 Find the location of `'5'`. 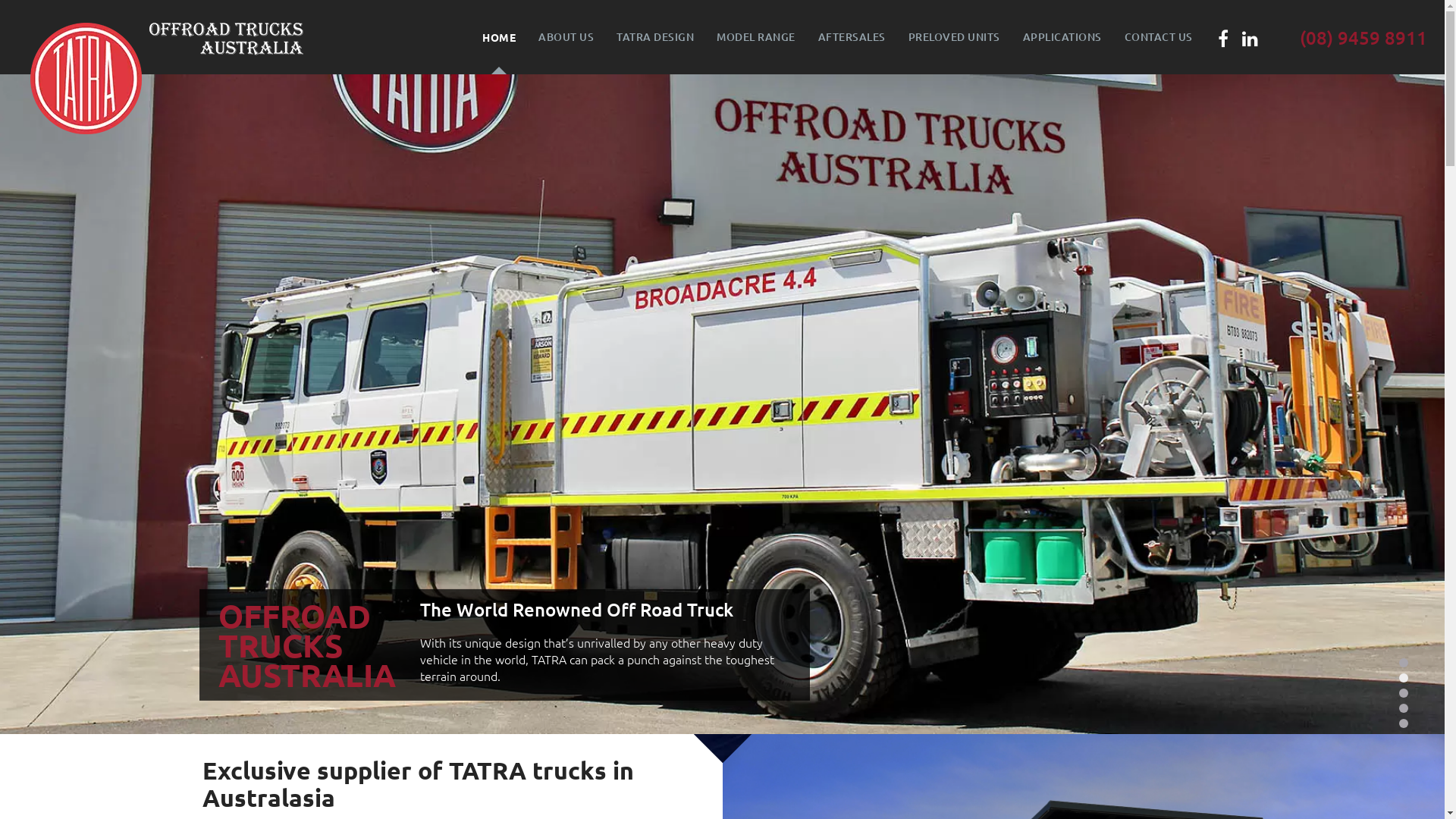

'5' is located at coordinates (1403, 722).